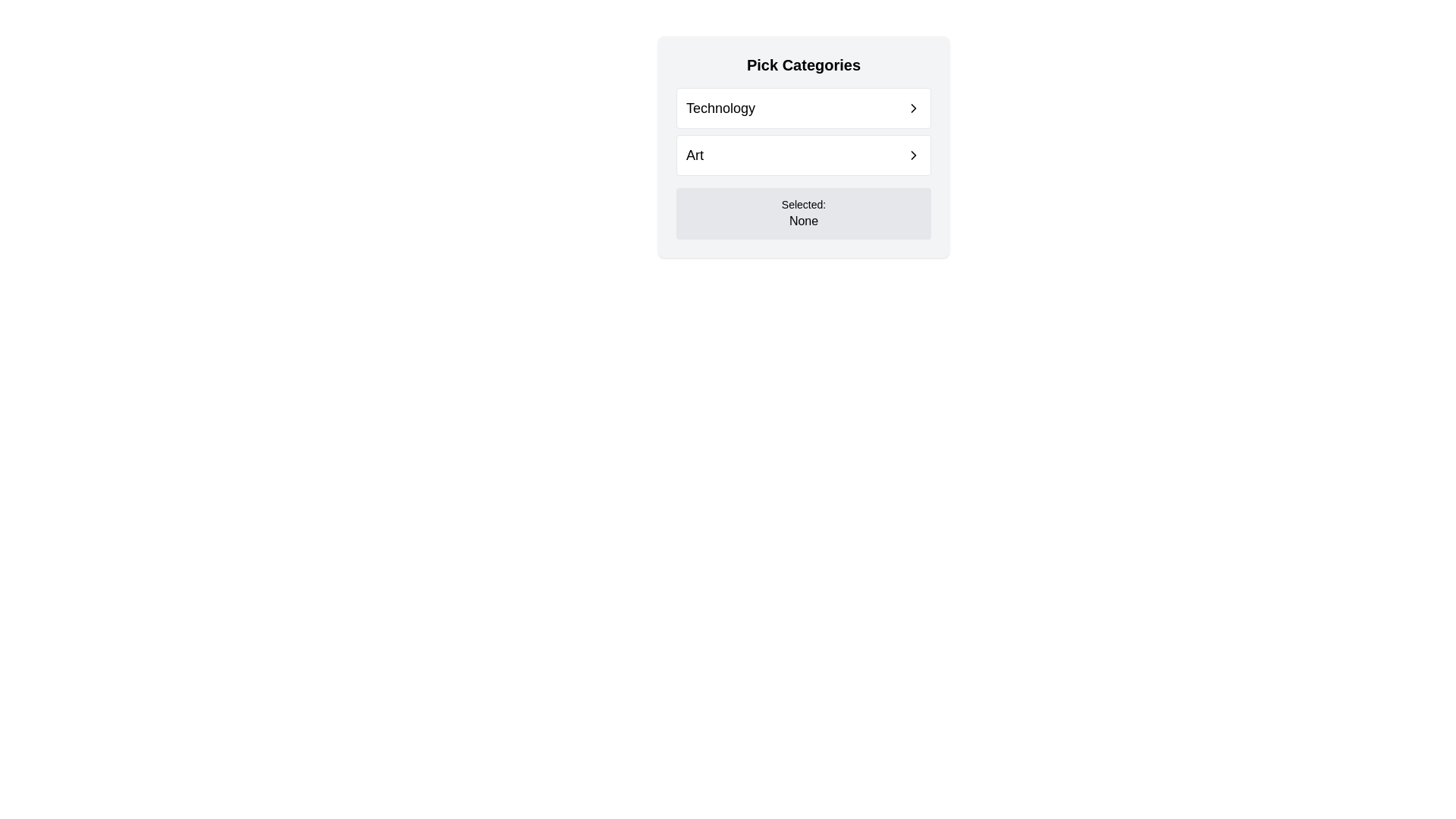  I want to click on text label displaying the word 'Art', which is located in the second row under the 'Pick Categories' header and is styled in bold font, so click(694, 155).